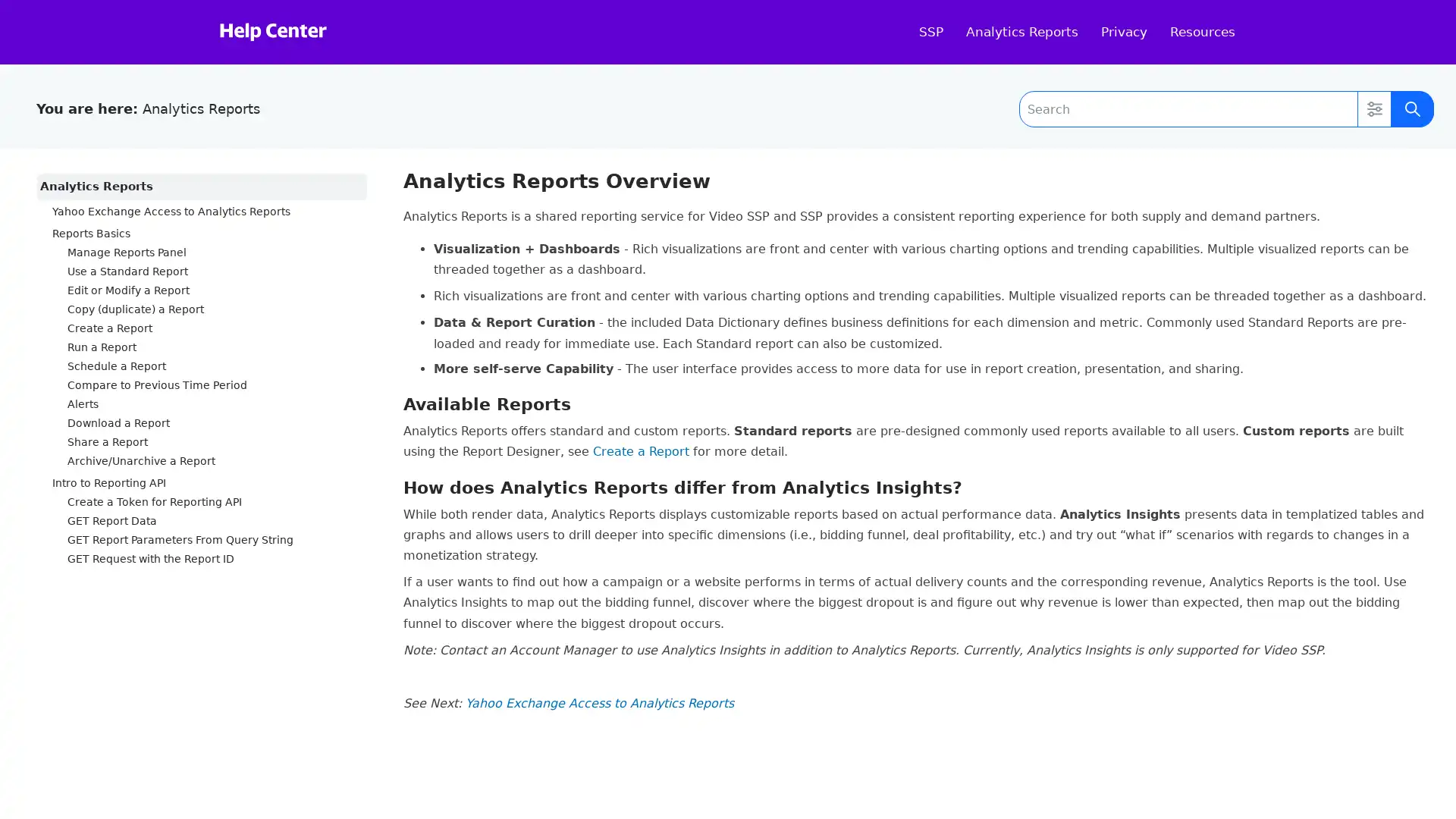 This screenshot has width=1456, height=819. I want to click on Submit Search, so click(1411, 108).